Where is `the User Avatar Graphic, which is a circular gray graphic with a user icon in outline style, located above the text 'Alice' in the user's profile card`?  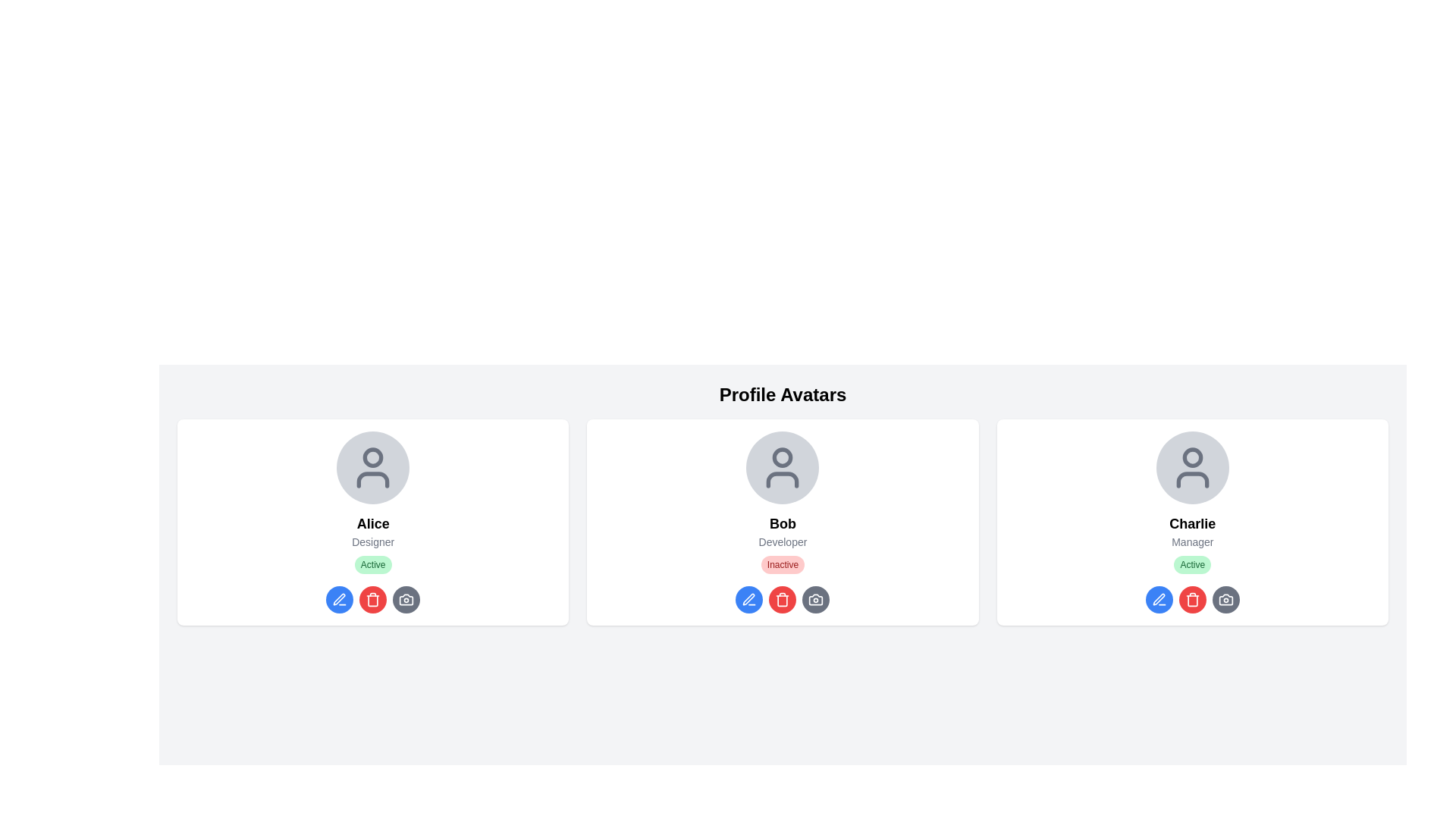
the User Avatar Graphic, which is a circular gray graphic with a user icon in outline style, located above the text 'Alice' in the user's profile card is located at coordinates (373, 467).